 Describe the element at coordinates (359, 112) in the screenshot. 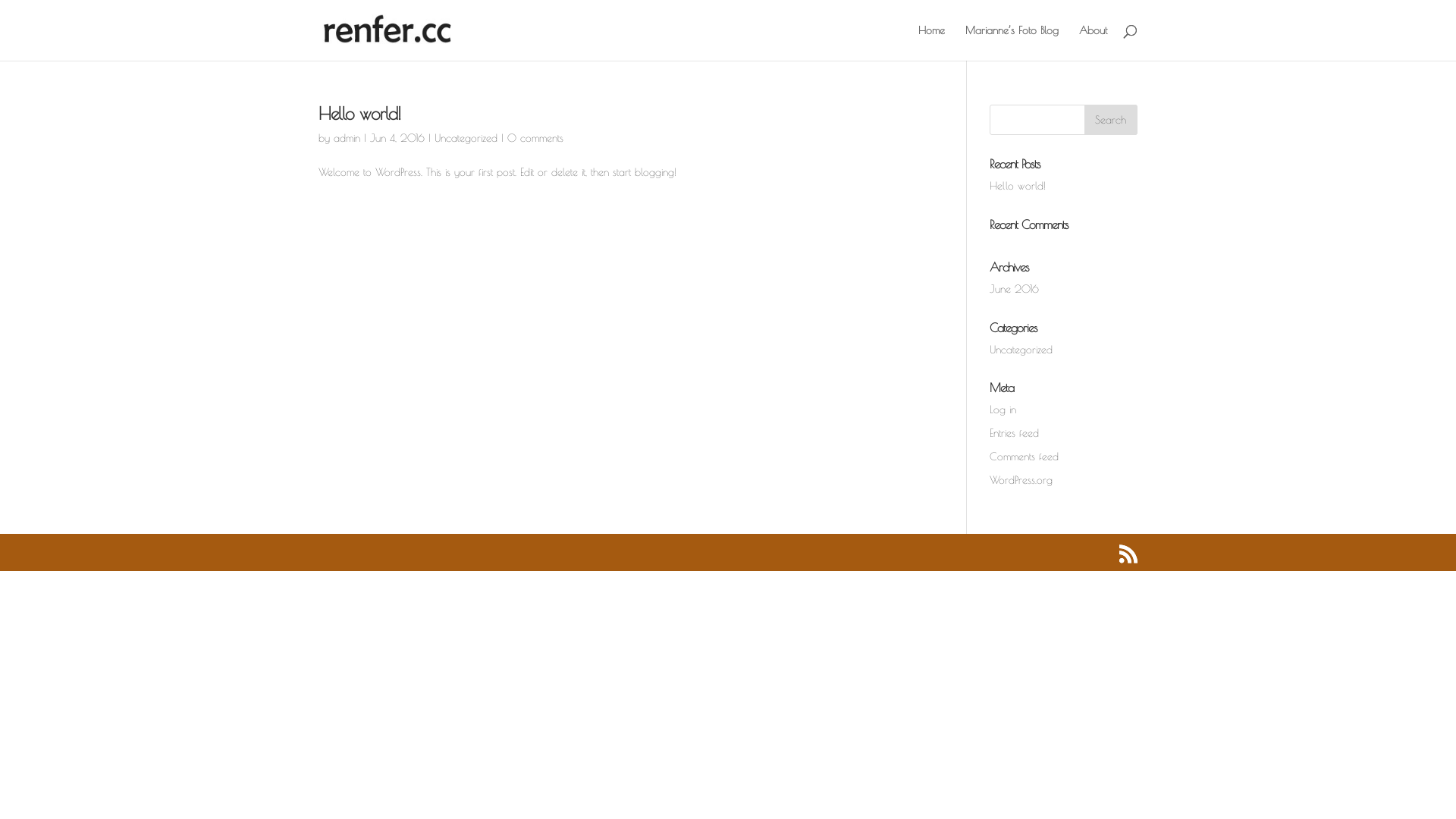

I see `'Hello world!'` at that location.